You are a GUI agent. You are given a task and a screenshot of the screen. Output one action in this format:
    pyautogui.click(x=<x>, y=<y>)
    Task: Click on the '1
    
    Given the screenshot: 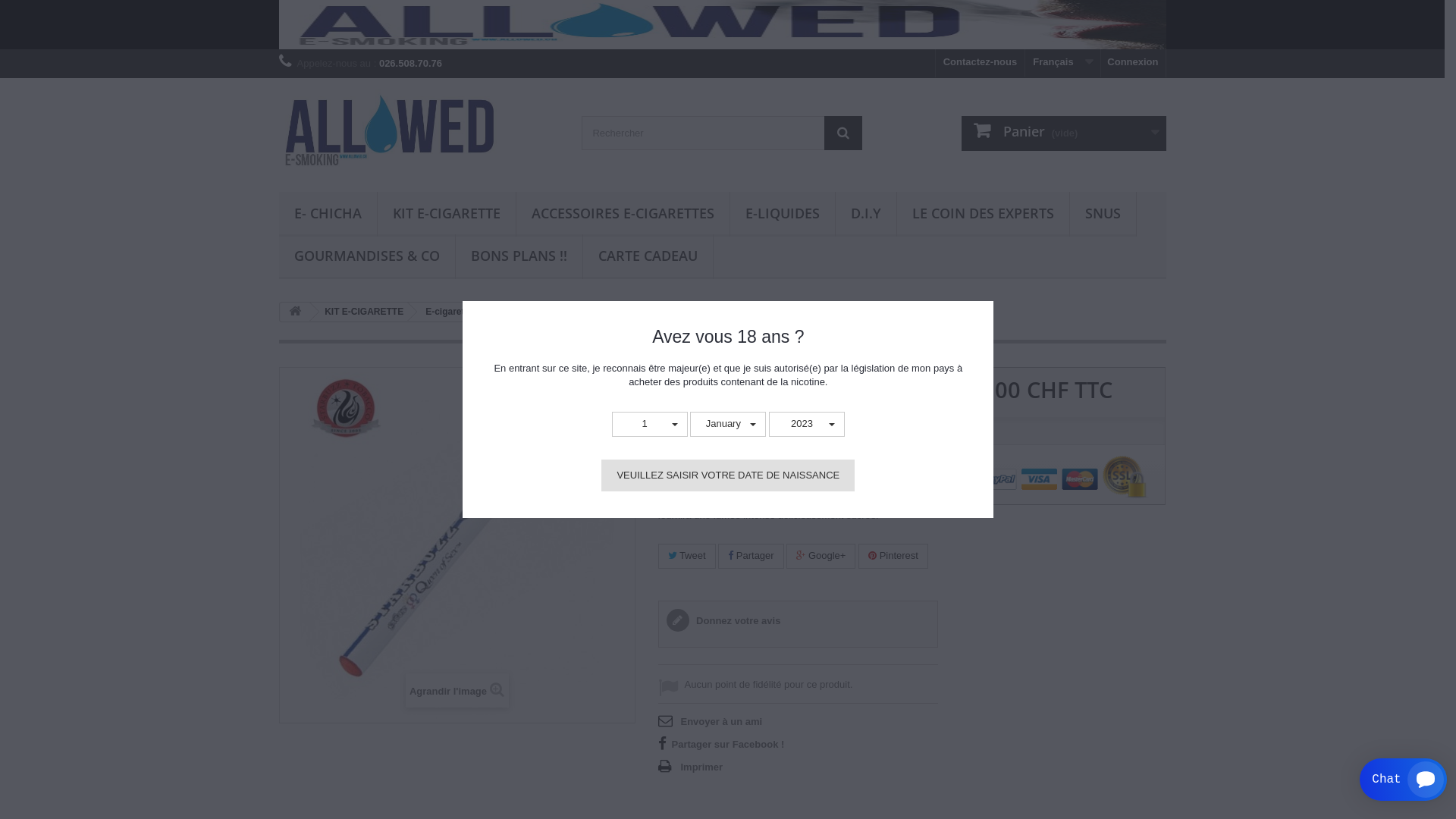 What is the action you would take?
    pyautogui.click(x=650, y=424)
    